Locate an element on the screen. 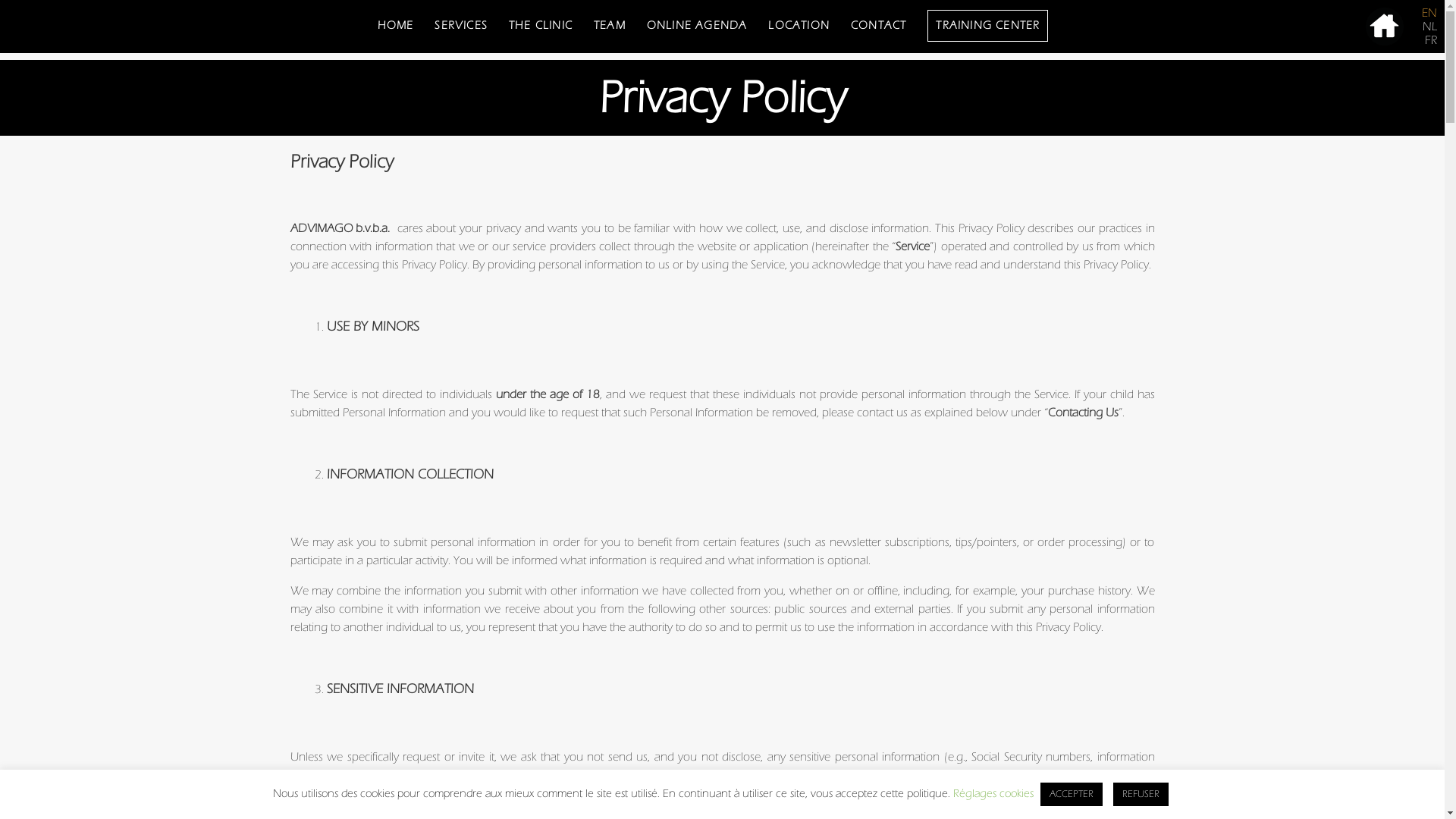 The width and height of the screenshot is (1456, 819). 'SERVICES' is located at coordinates (460, 24).